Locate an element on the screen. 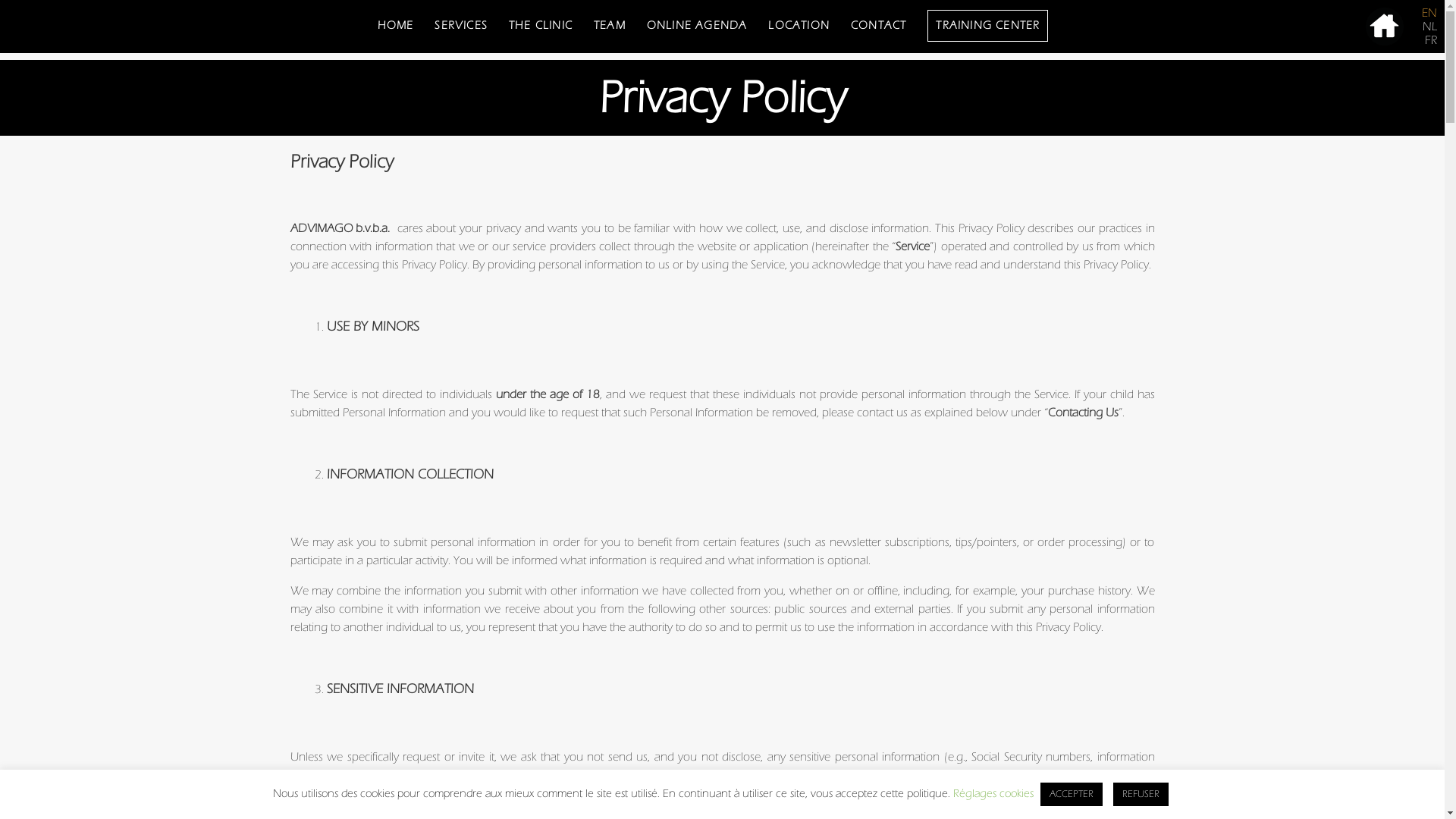 The width and height of the screenshot is (1456, 819). 'SERVICES' is located at coordinates (460, 24).